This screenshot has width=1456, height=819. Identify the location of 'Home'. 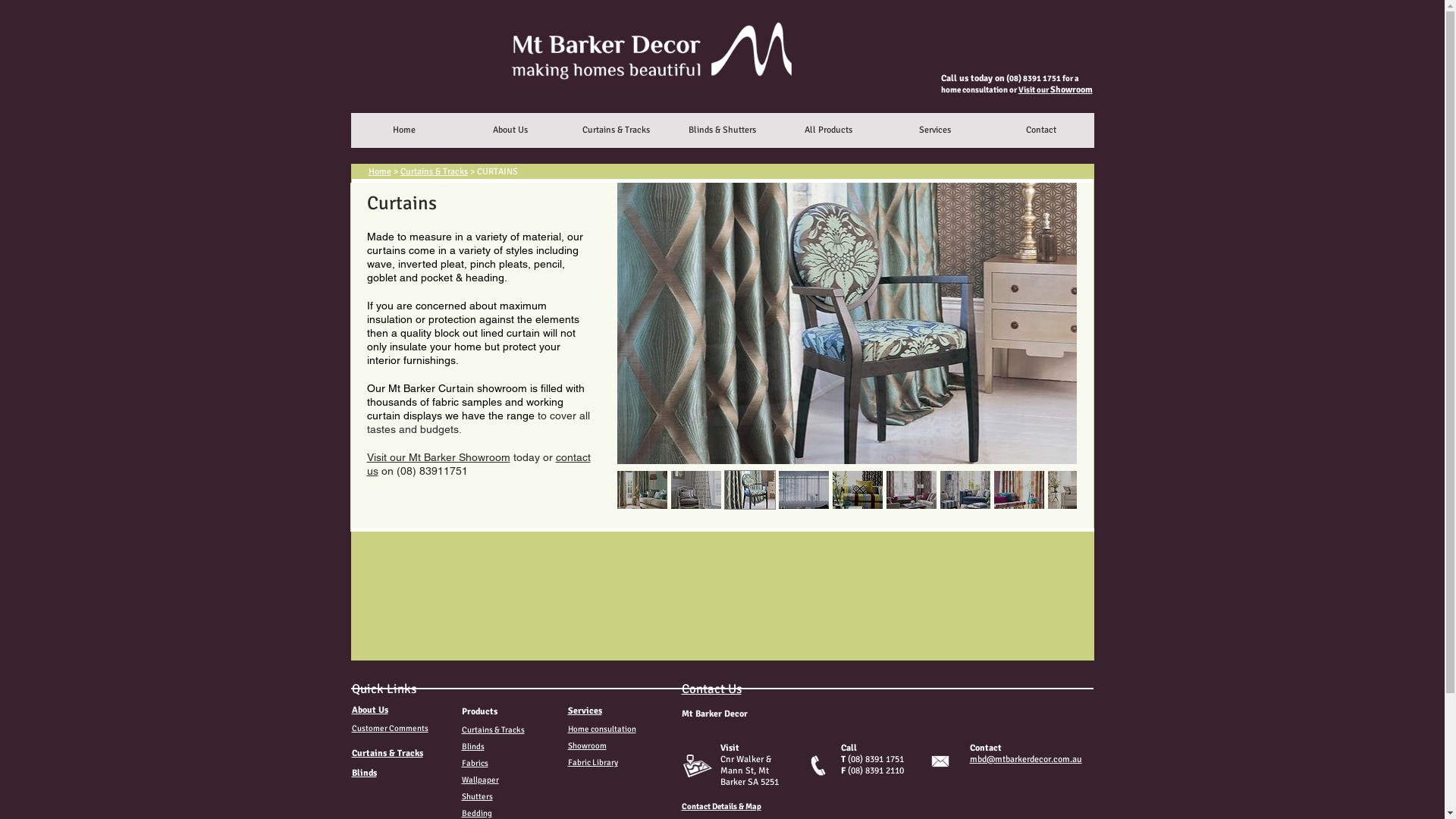
(379, 171).